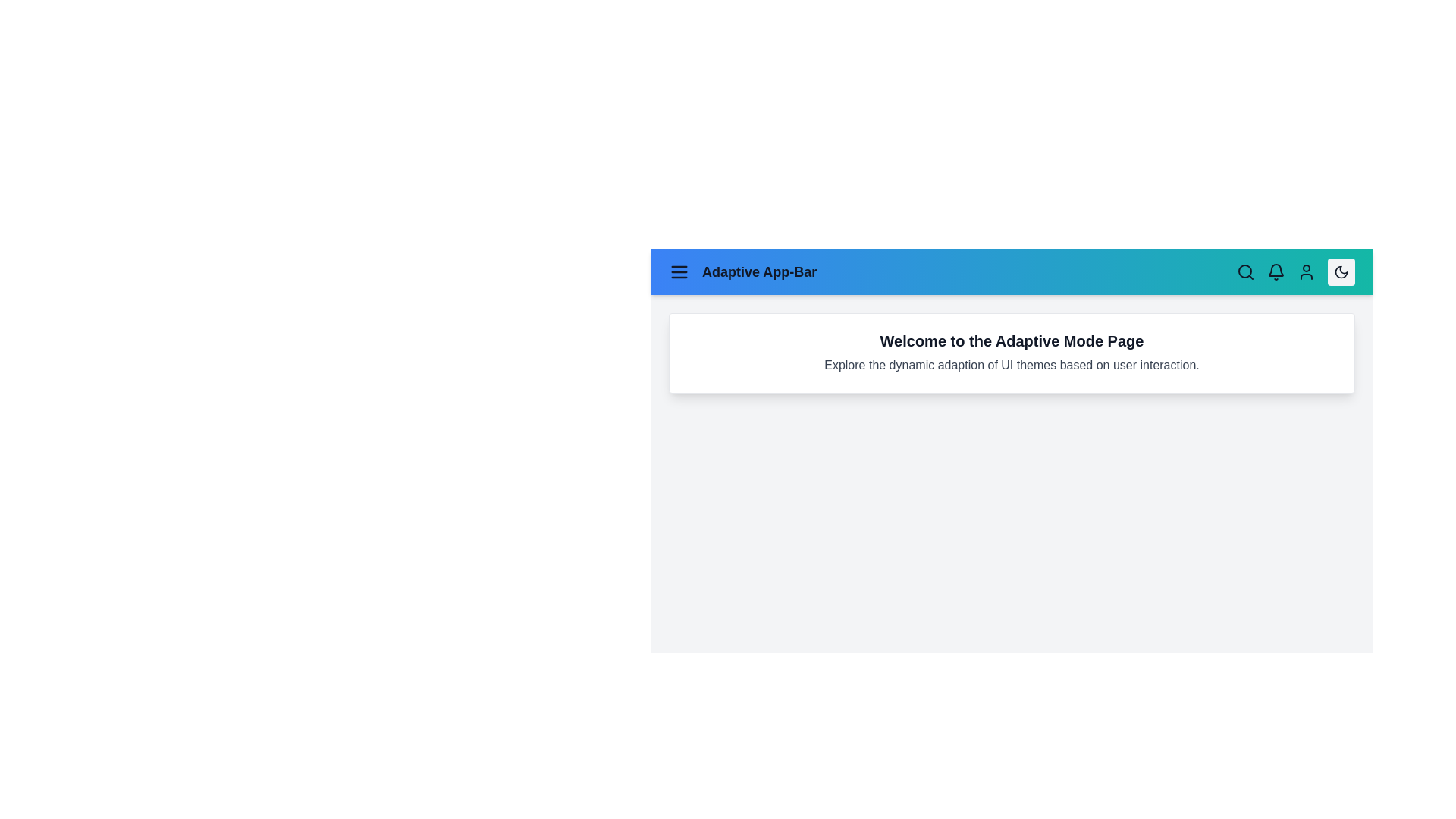 Image resolution: width=1456 pixels, height=819 pixels. I want to click on the menu icon to trigger the menu functionality, so click(679, 271).